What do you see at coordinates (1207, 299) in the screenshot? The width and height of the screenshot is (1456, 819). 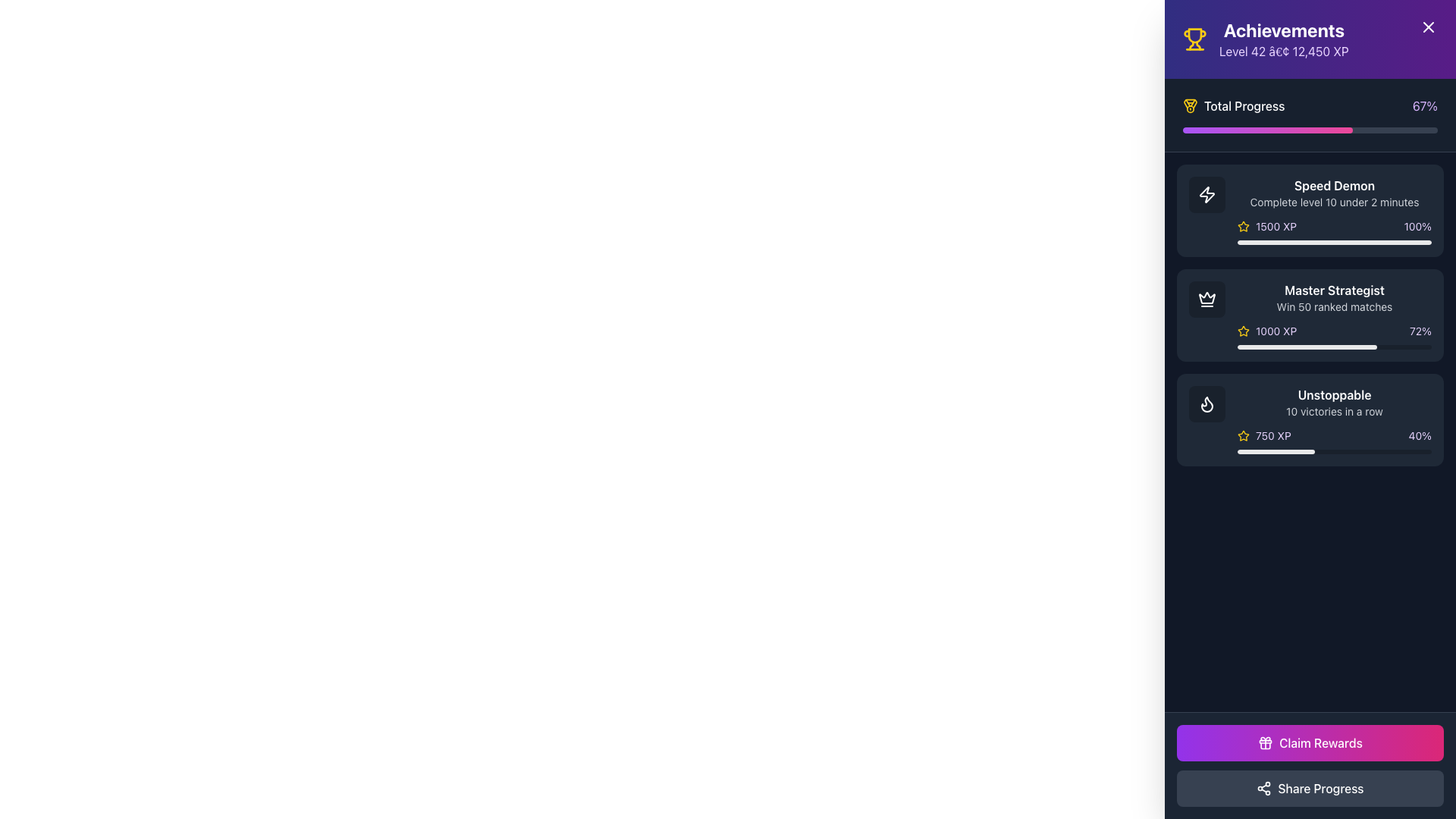 I see `the crown-shaped icon with a white stroke on a dark background in the upper-left corner of the Master Strategist achievement block` at bounding box center [1207, 299].